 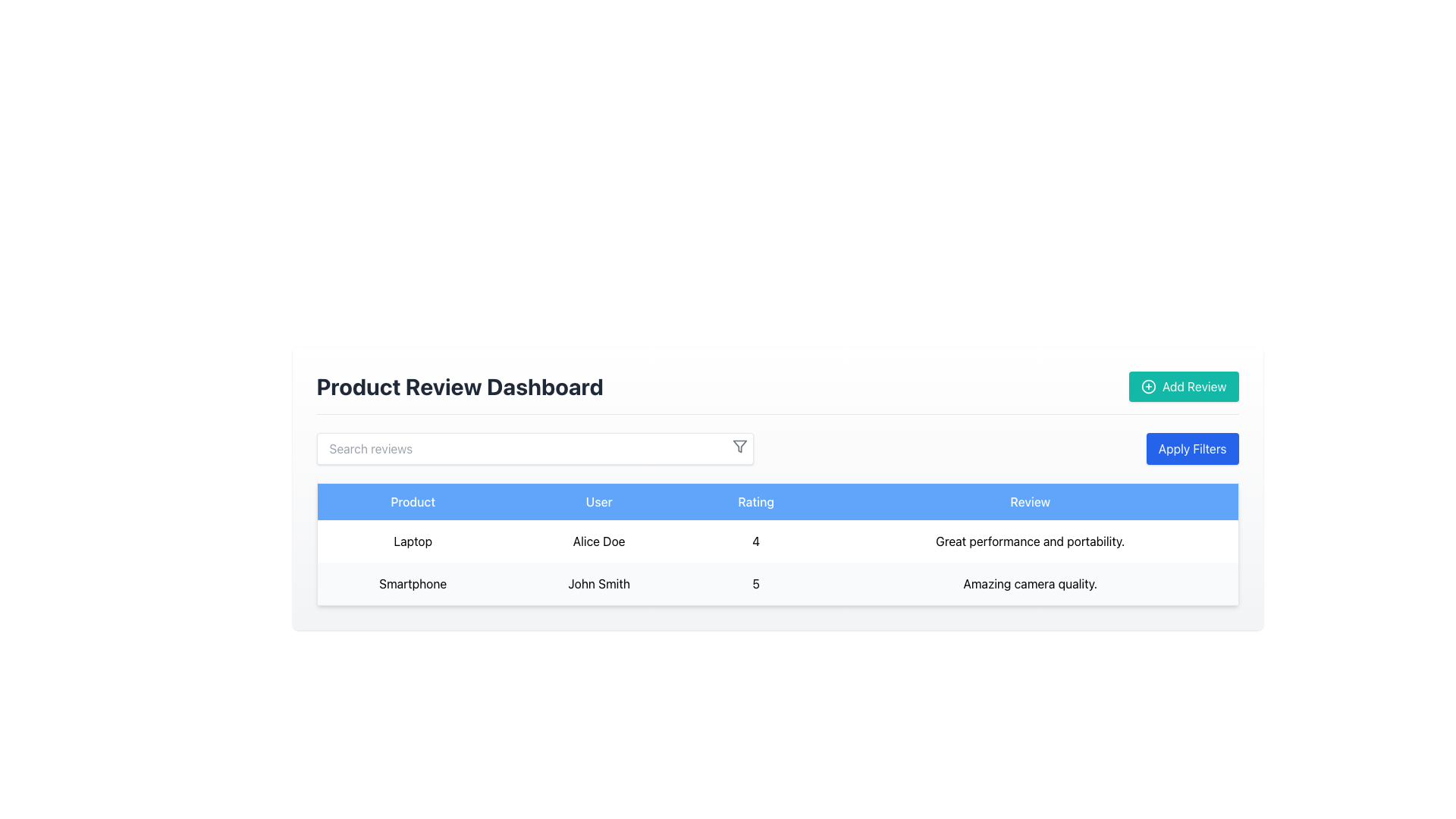 I want to click on the circular outline of the 'Add Review' button located on the right side of the top bar, adjacent to the 'Apply Filters' button, so click(x=1148, y=385).